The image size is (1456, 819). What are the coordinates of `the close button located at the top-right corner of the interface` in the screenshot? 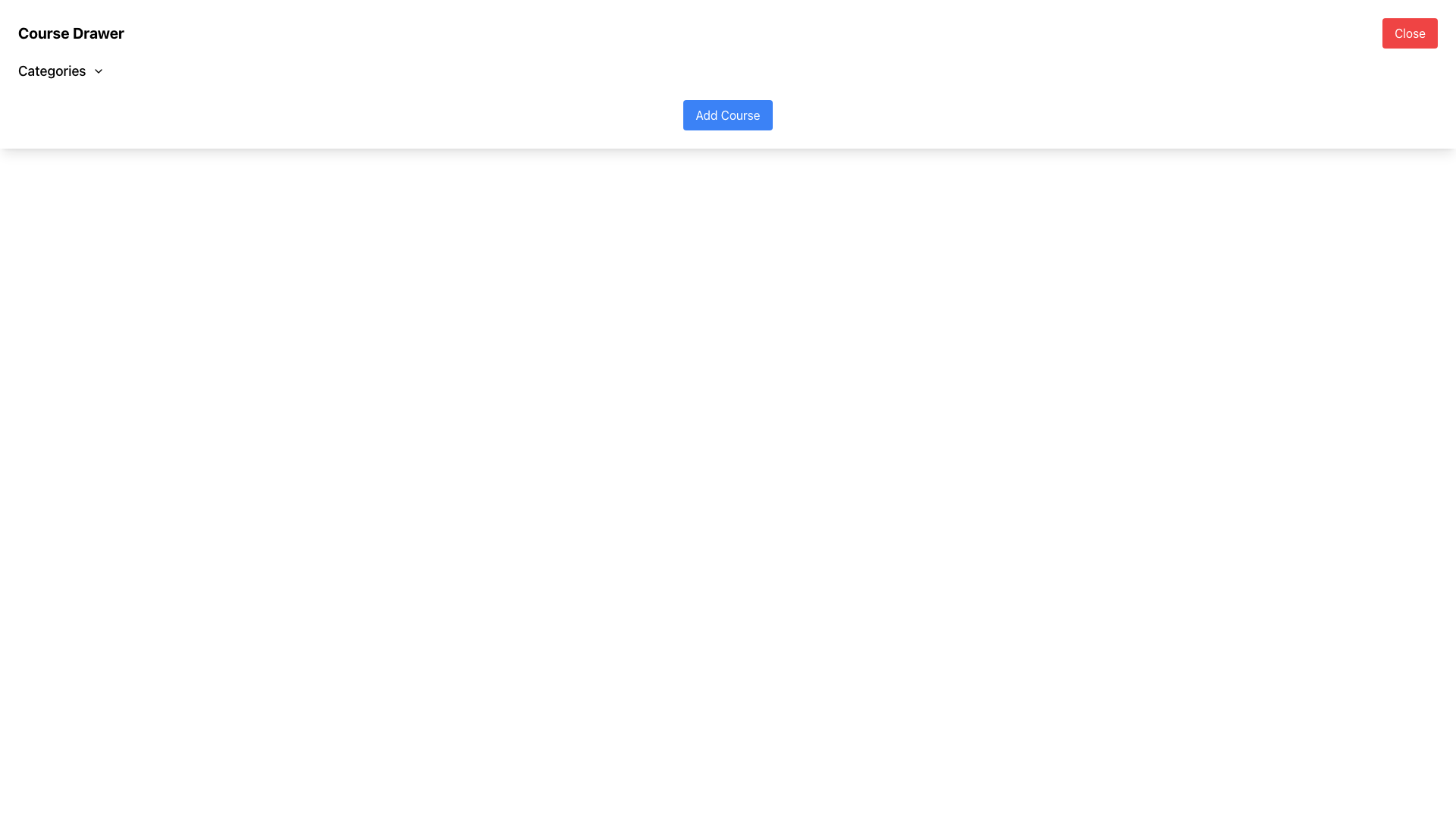 It's located at (1409, 33).